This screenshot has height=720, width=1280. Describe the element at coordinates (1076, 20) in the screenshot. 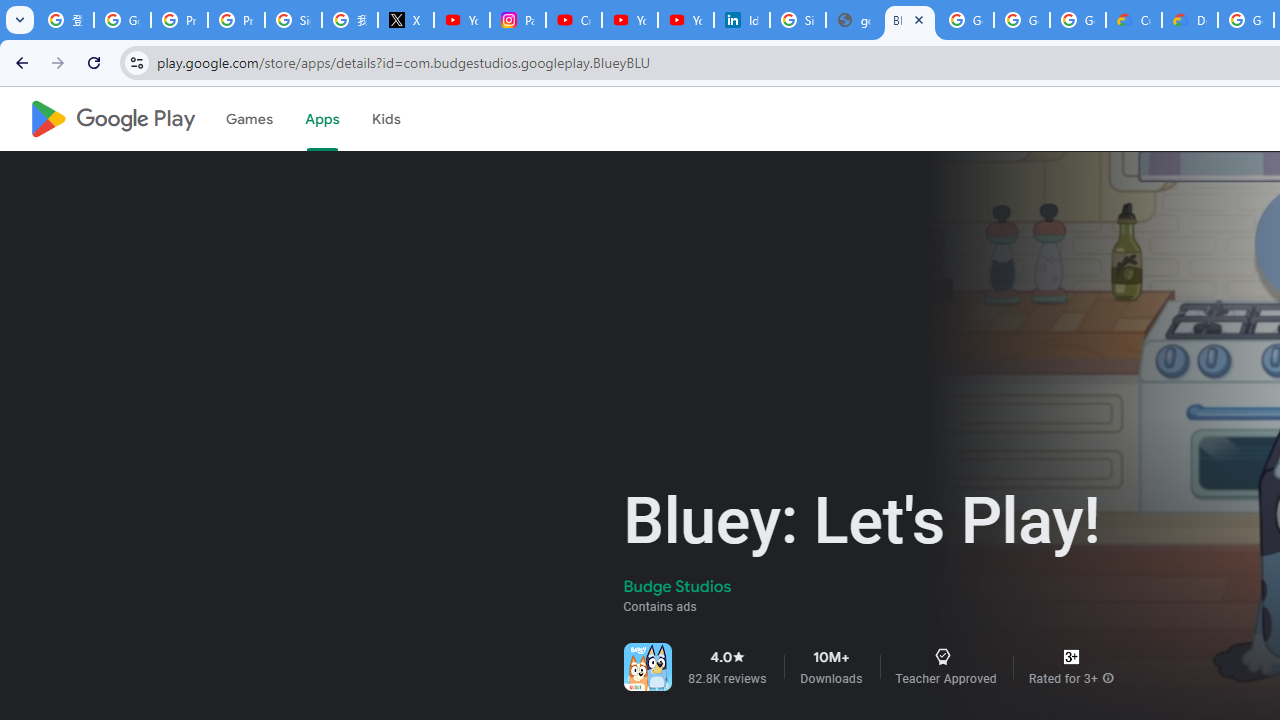

I see `'Google Workspace - Specific Terms'` at that location.